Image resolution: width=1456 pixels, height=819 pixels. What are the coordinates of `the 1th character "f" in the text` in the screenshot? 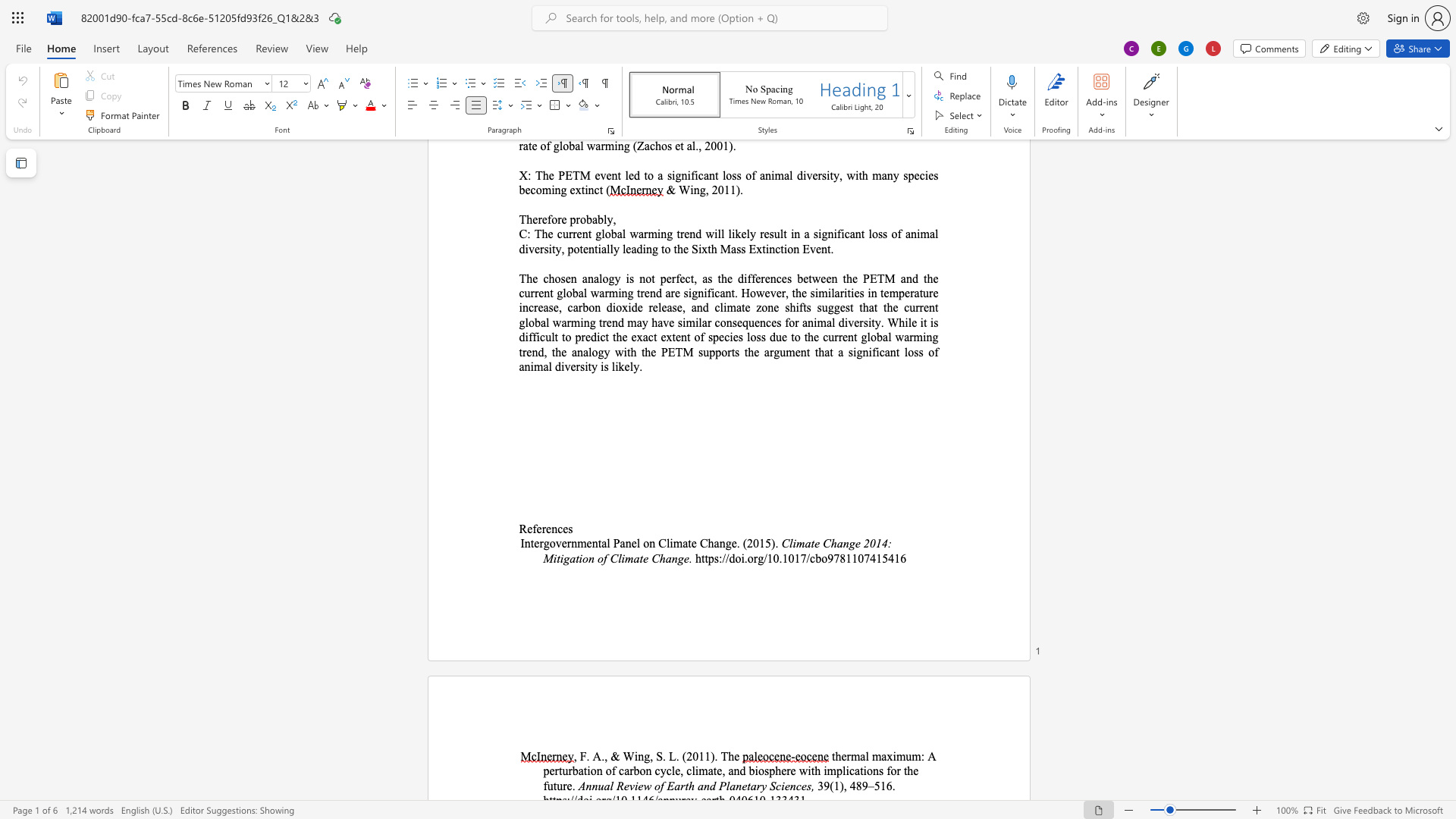 It's located at (535, 528).